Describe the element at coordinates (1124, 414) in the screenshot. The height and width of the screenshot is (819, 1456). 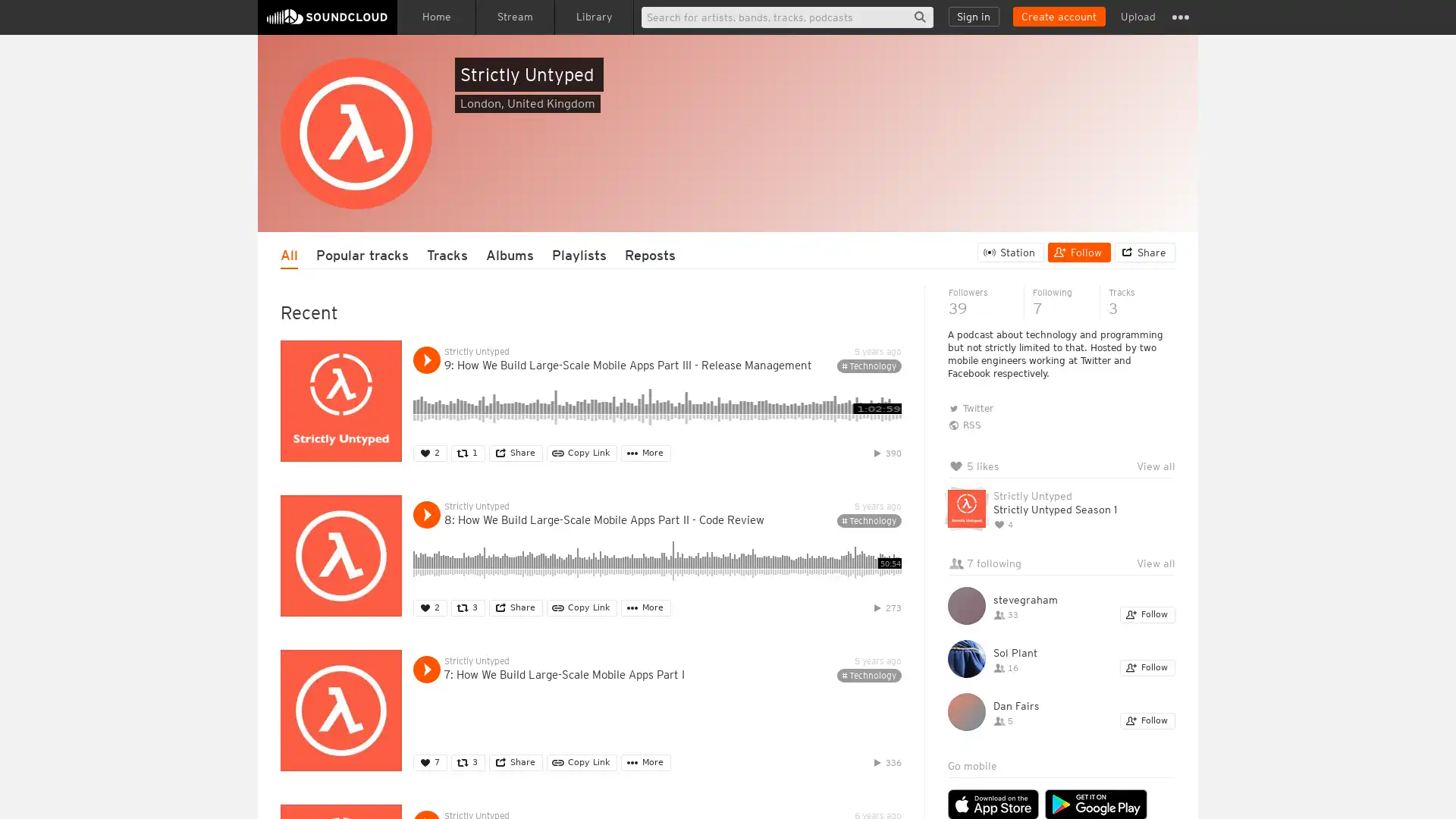
I see `Clear` at that location.